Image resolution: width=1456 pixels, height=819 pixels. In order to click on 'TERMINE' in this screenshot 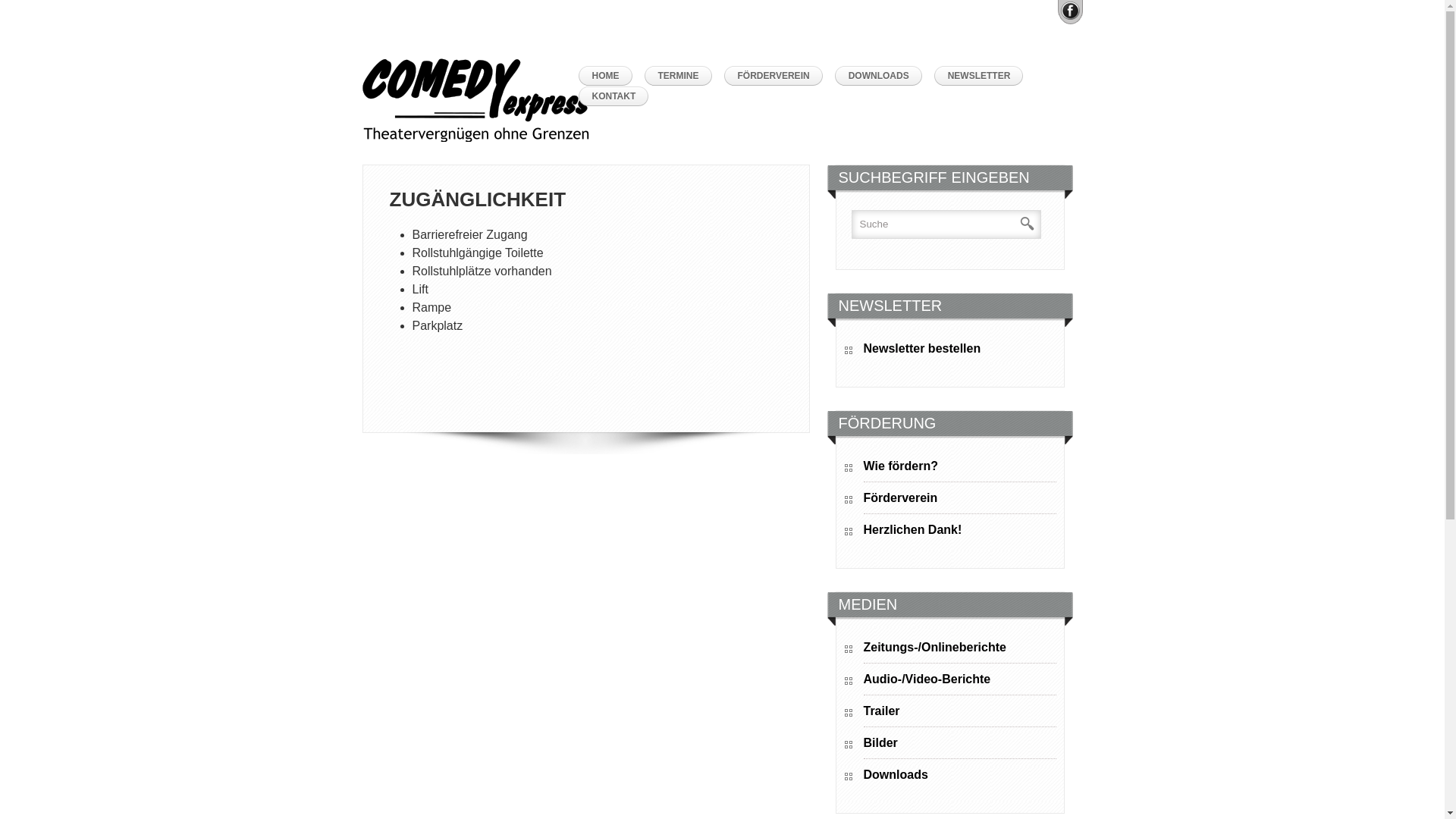, I will do `click(682, 76)`.